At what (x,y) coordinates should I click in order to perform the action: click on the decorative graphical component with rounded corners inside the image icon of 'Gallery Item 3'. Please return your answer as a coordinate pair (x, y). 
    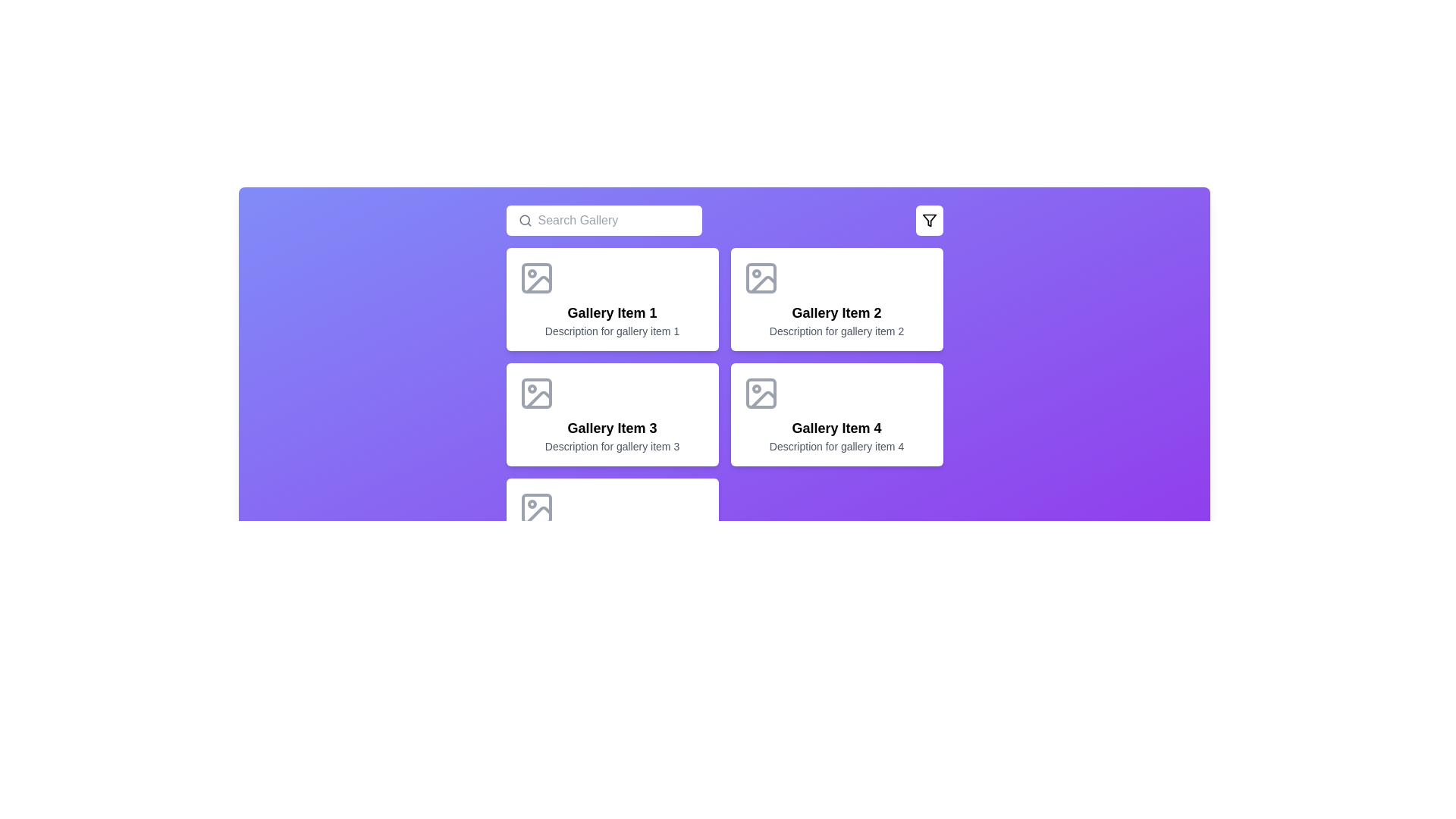
    Looking at the image, I should click on (536, 393).